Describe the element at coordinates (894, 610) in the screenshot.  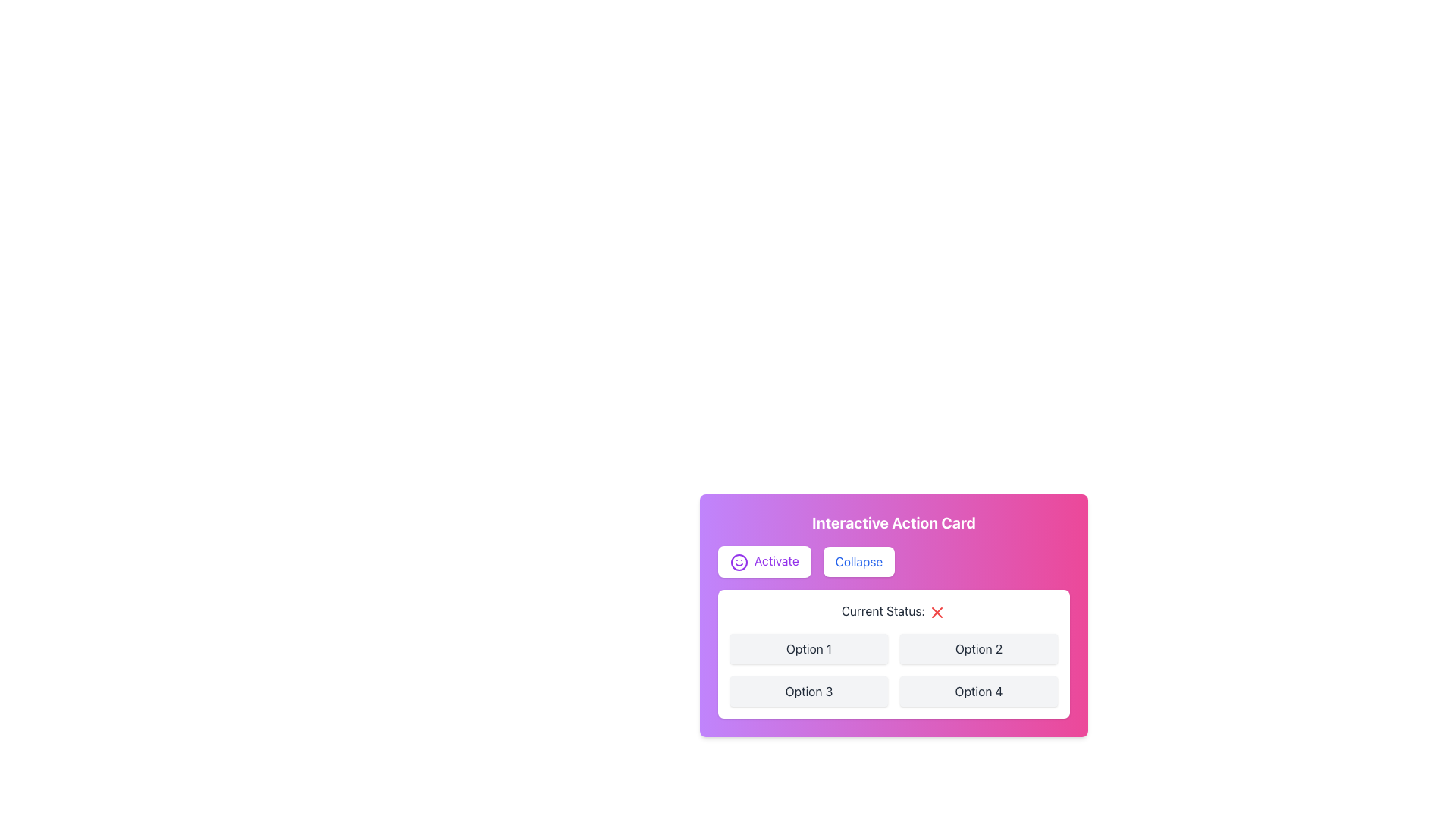
I see `text label 'Current Status:' which is styled bold and center aligned, located near the top of the white background within the purple gradient card` at that location.